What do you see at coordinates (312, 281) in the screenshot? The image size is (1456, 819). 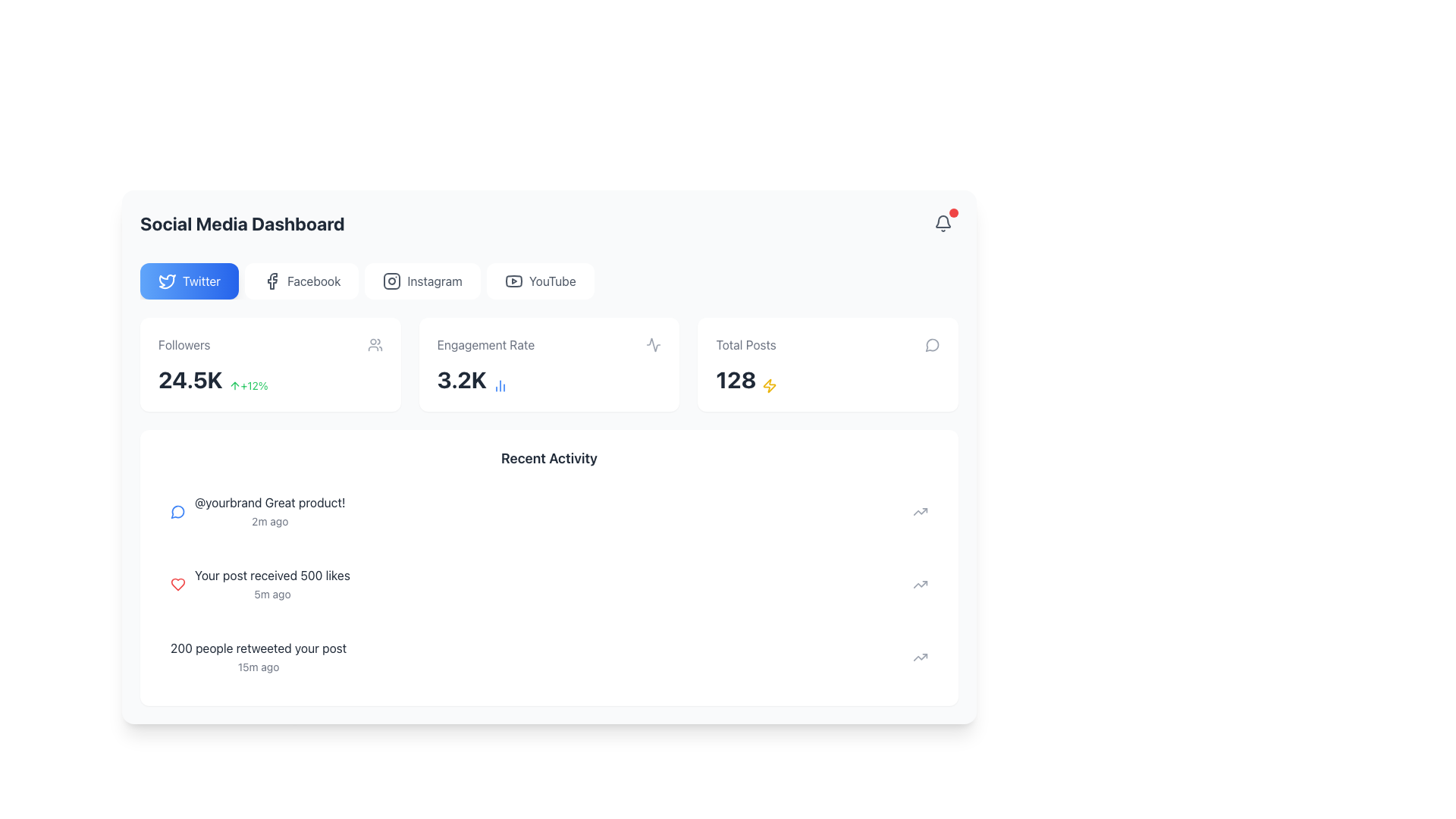 I see `the 'Facebook' text label within the button` at bounding box center [312, 281].